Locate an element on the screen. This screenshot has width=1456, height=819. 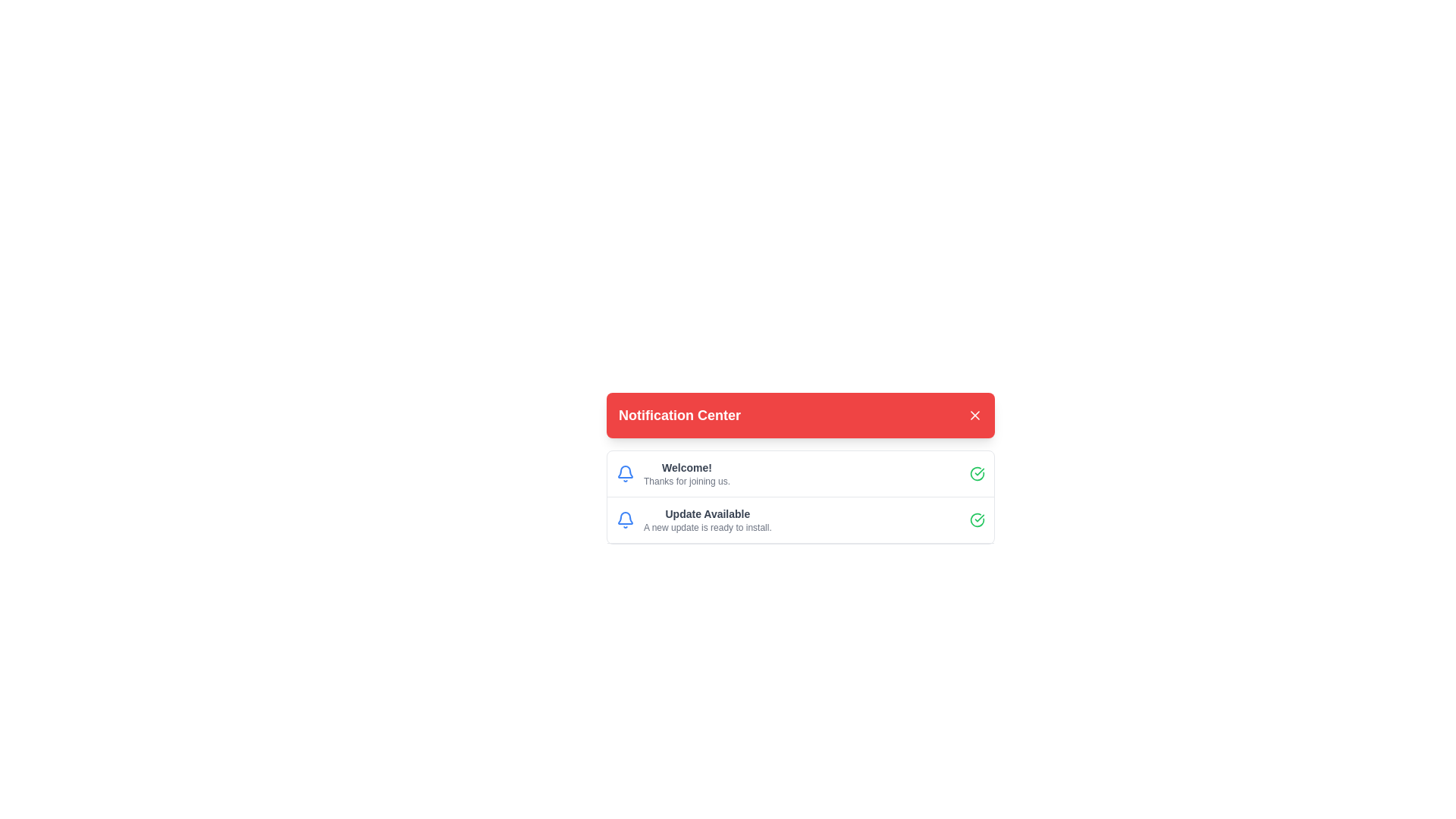
the static text 'A new update is ready to install.' located in the notification box titled 'Notification Center.' is located at coordinates (707, 526).